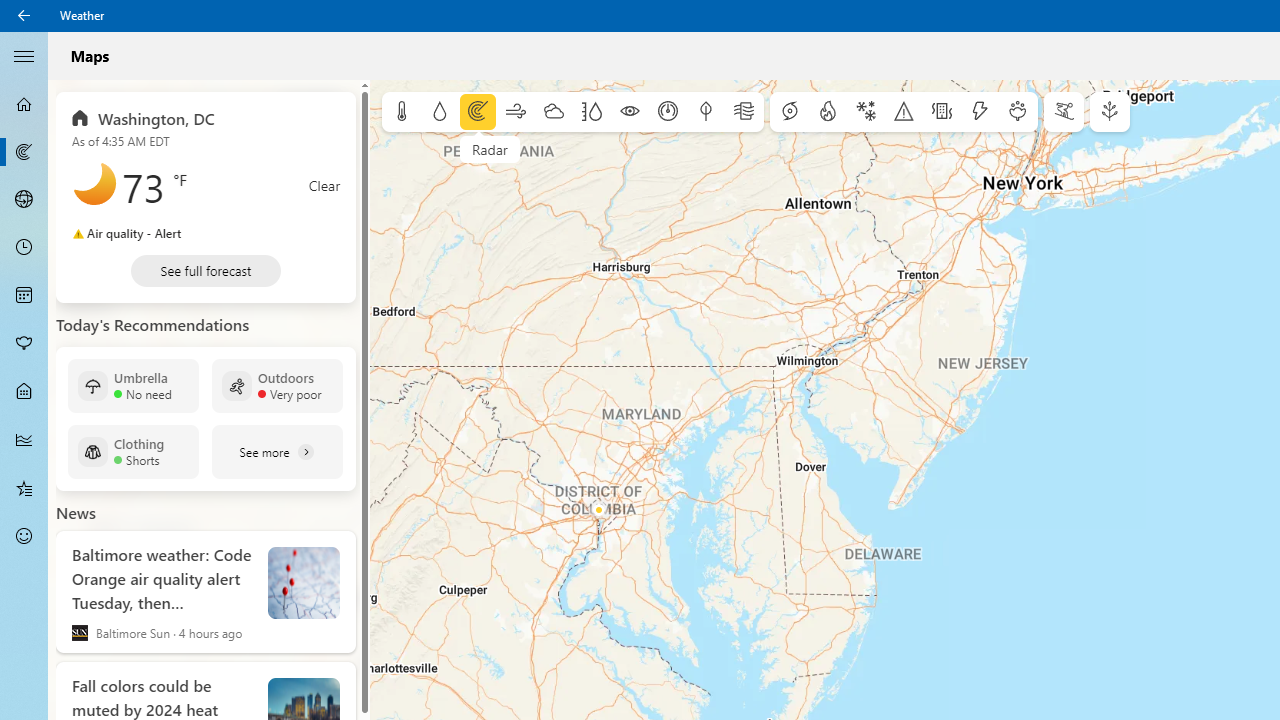  What do you see at coordinates (24, 392) in the screenshot?
I see `'Life - Not Selected'` at bounding box center [24, 392].